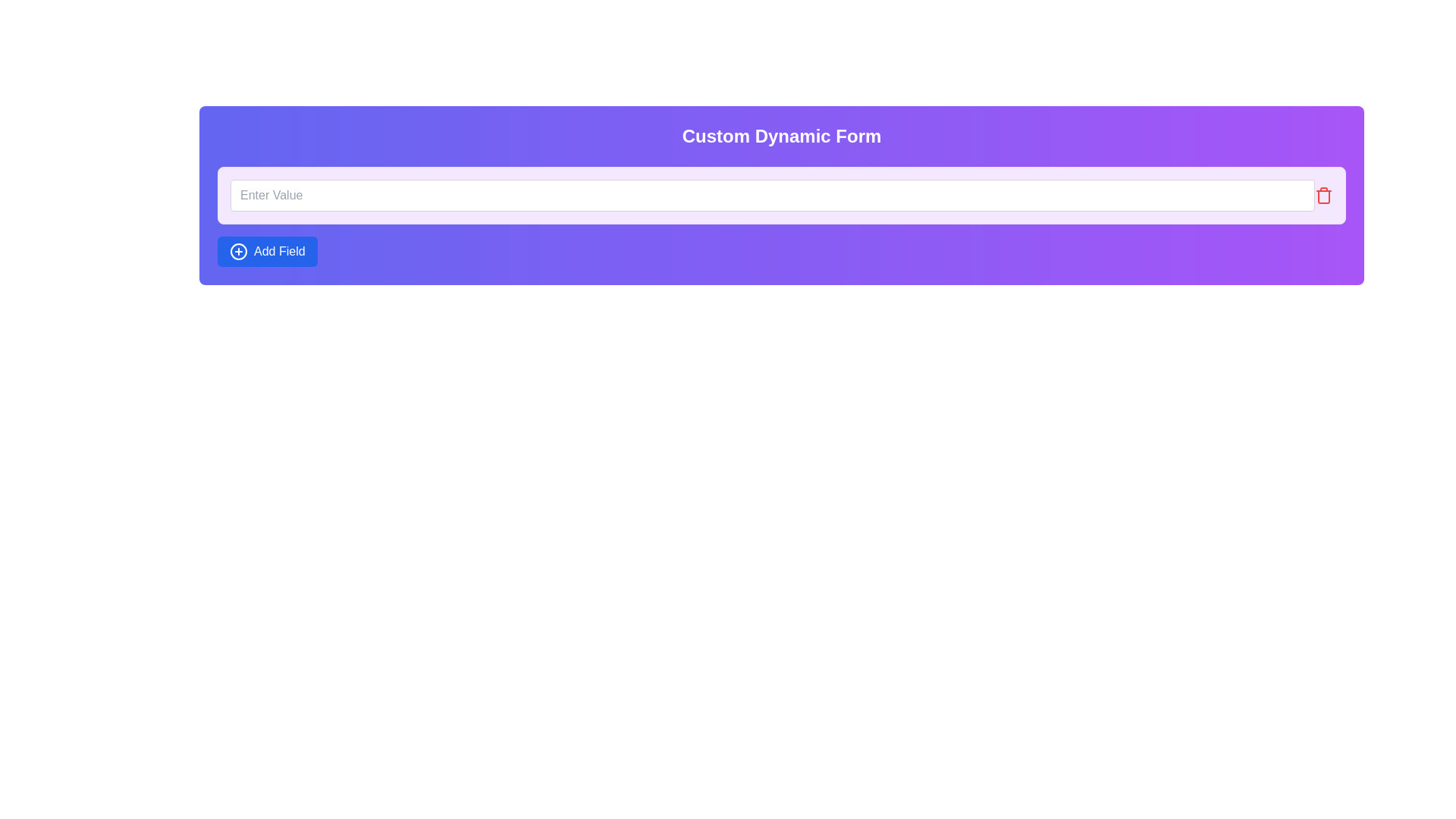 The height and width of the screenshot is (819, 1456). Describe the element at coordinates (1323, 195) in the screenshot. I see `the trash icon located at the far right of the text input field` at that location.